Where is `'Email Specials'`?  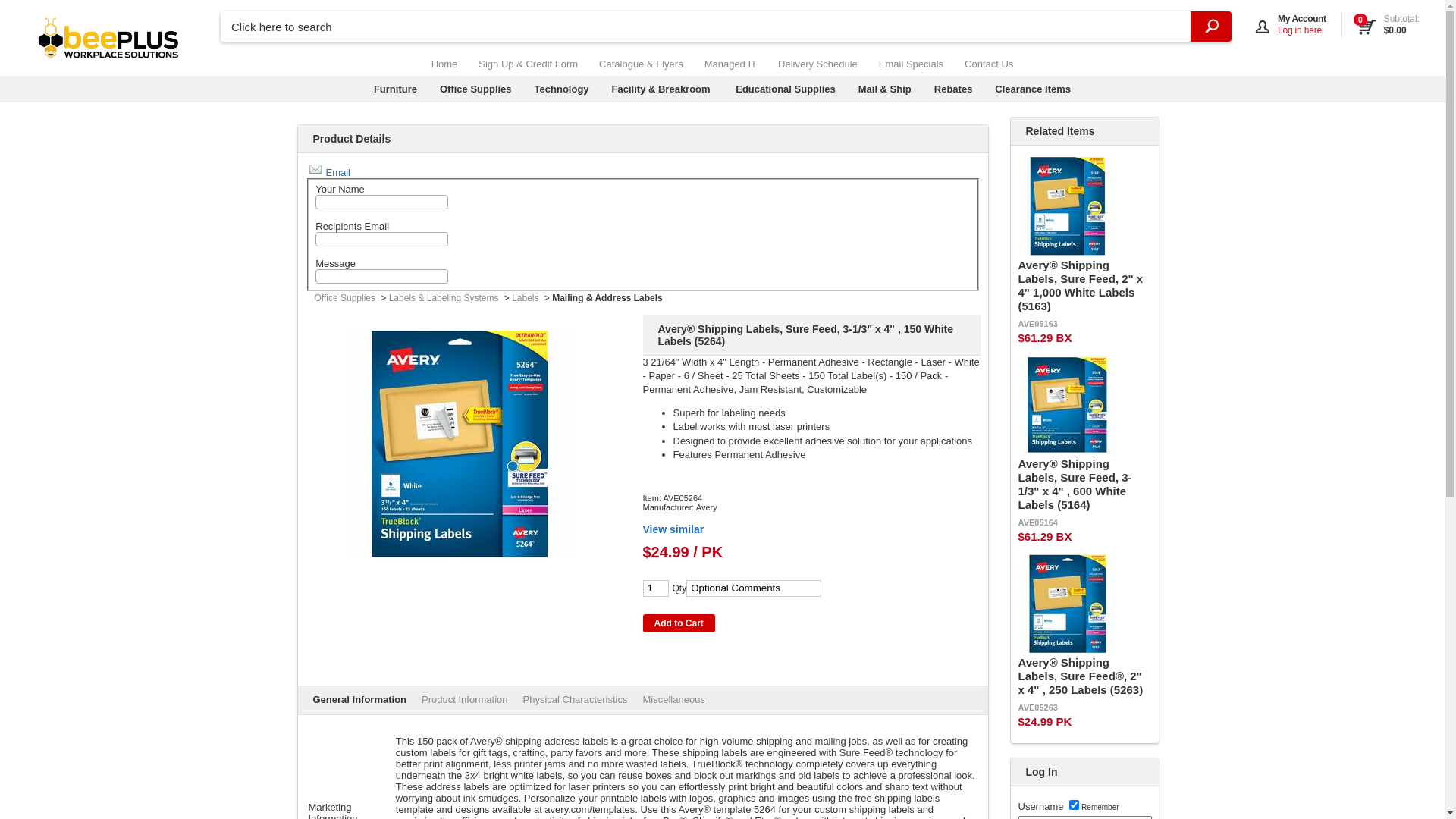
'Email Specials' is located at coordinates (910, 63).